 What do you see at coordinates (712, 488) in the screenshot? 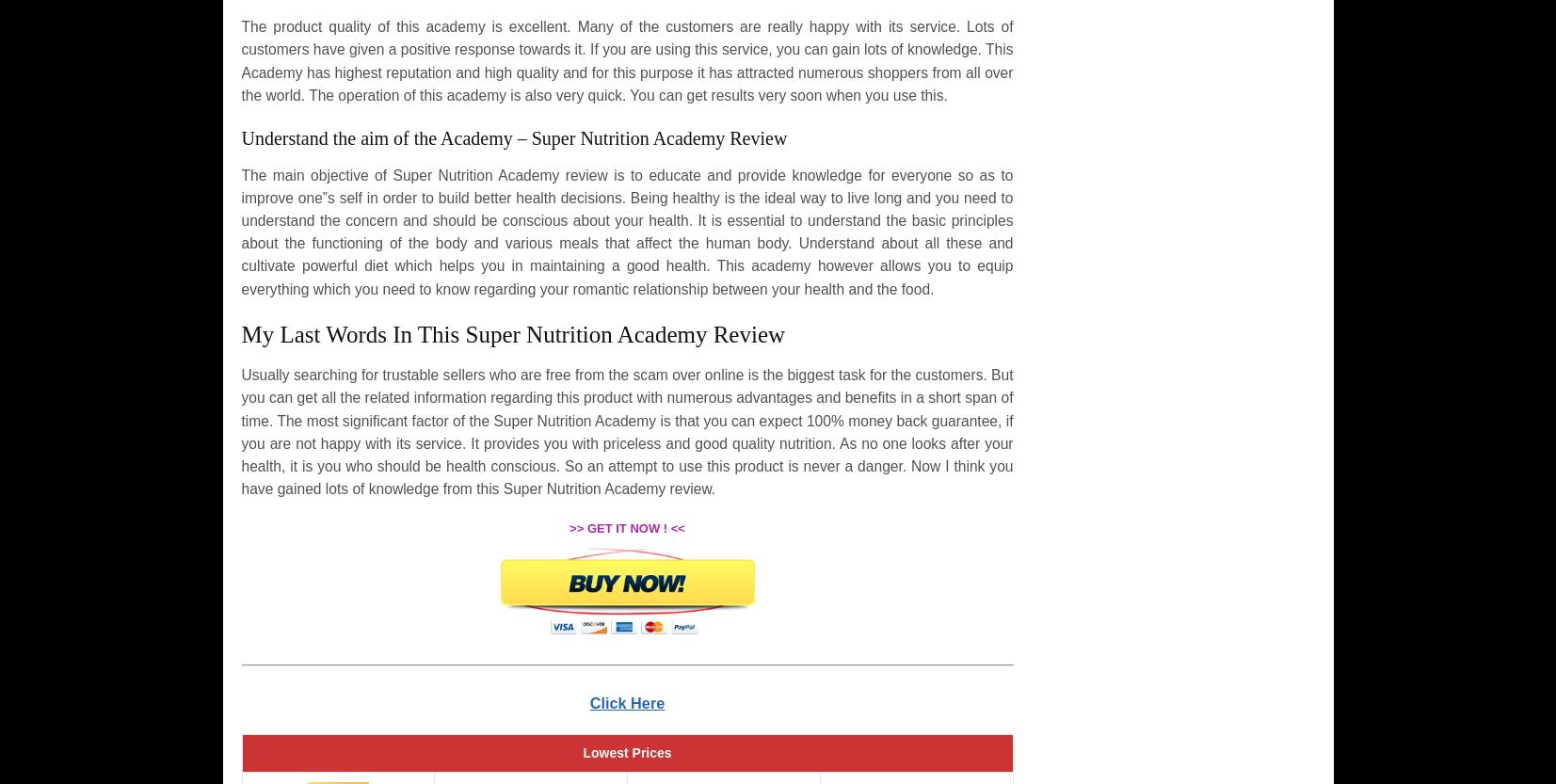
I see `'.'` at bounding box center [712, 488].